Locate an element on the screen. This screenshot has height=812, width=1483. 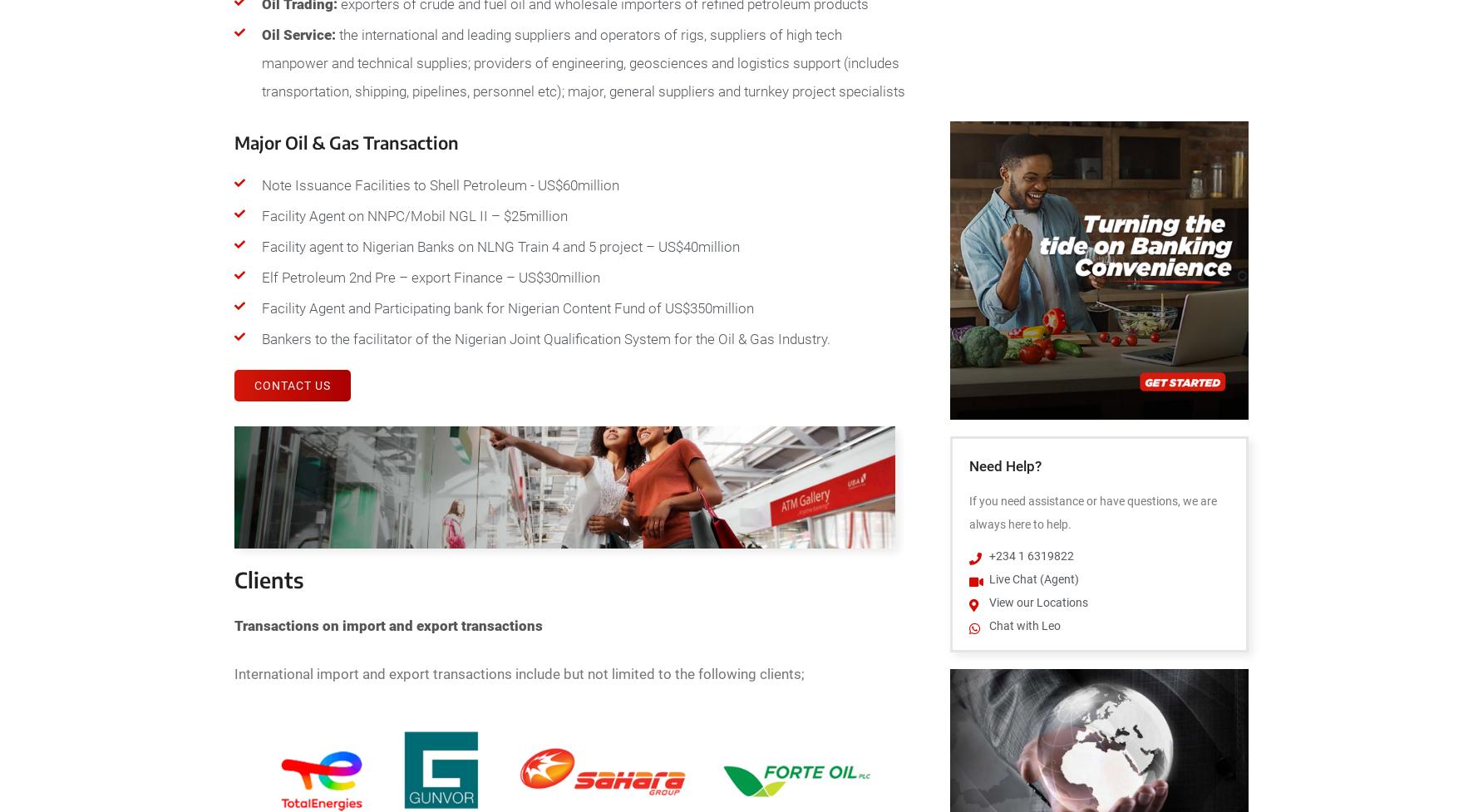
'Note Issuance Facilities to Shell Petroleum - US$60million' is located at coordinates (441, 184).